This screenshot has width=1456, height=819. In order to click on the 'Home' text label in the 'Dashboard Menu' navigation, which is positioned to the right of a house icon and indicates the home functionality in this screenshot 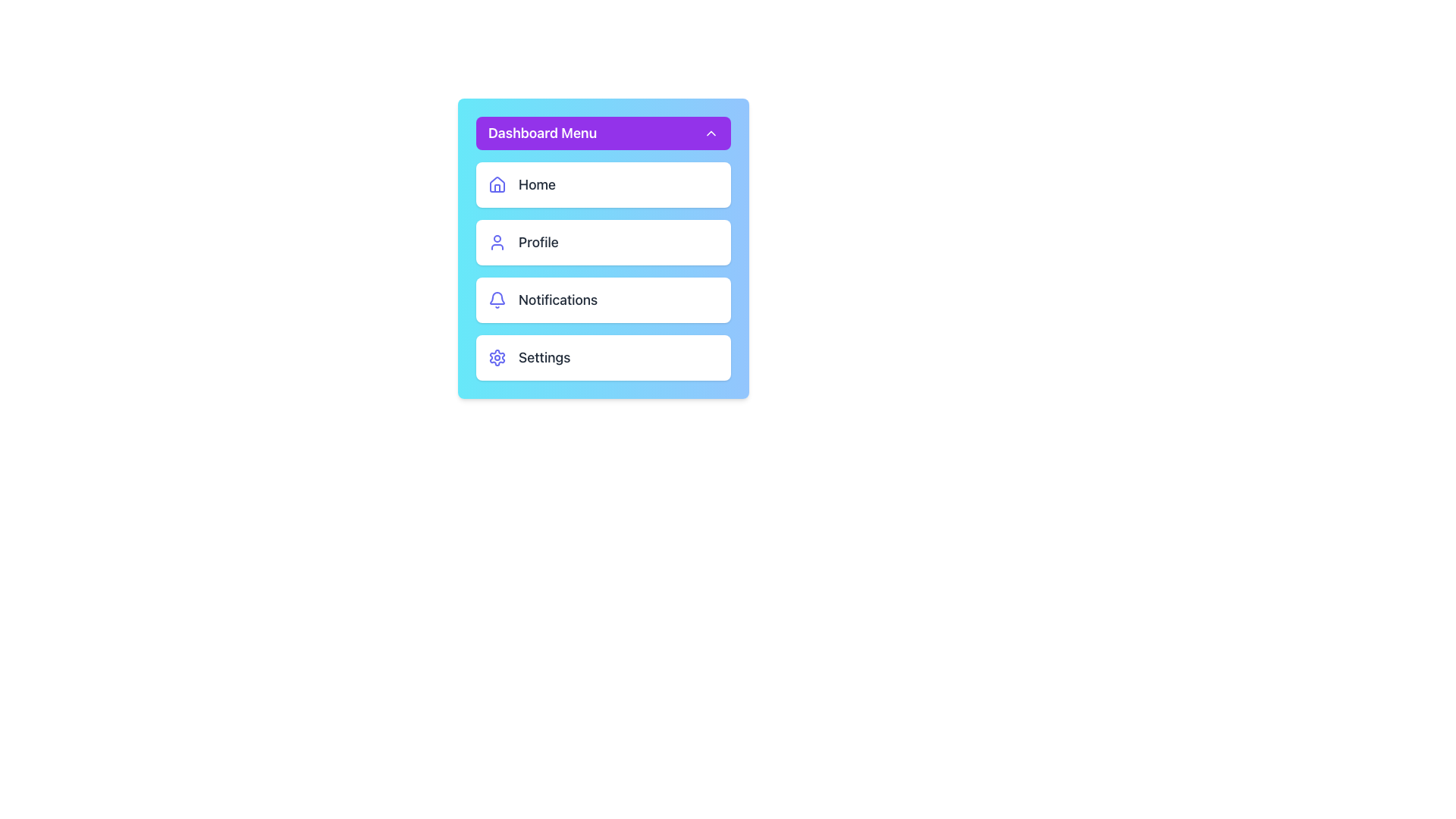, I will do `click(537, 184)`.